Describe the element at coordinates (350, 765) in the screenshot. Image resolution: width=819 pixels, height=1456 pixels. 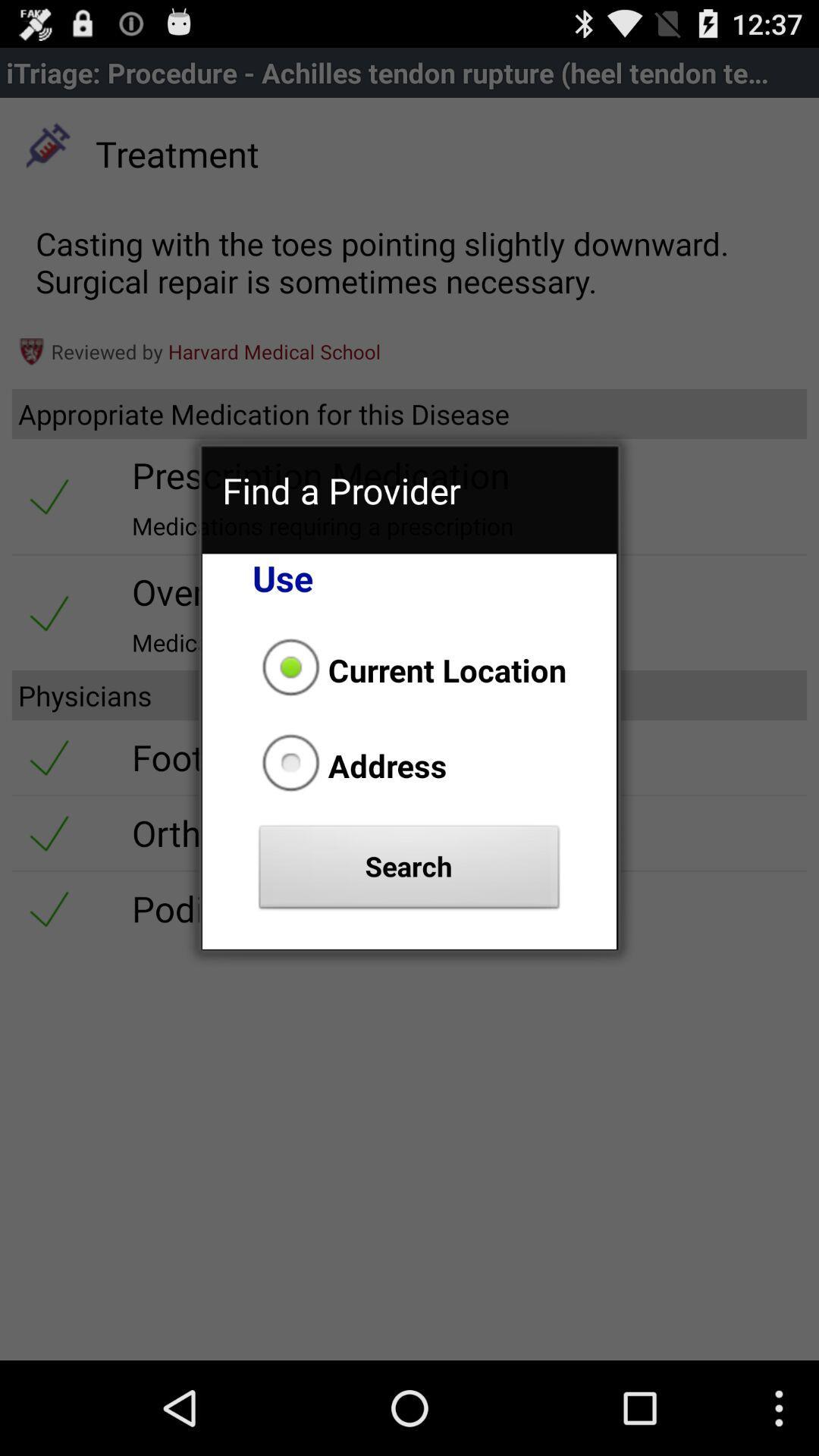
I see `the address radio button` at that location.